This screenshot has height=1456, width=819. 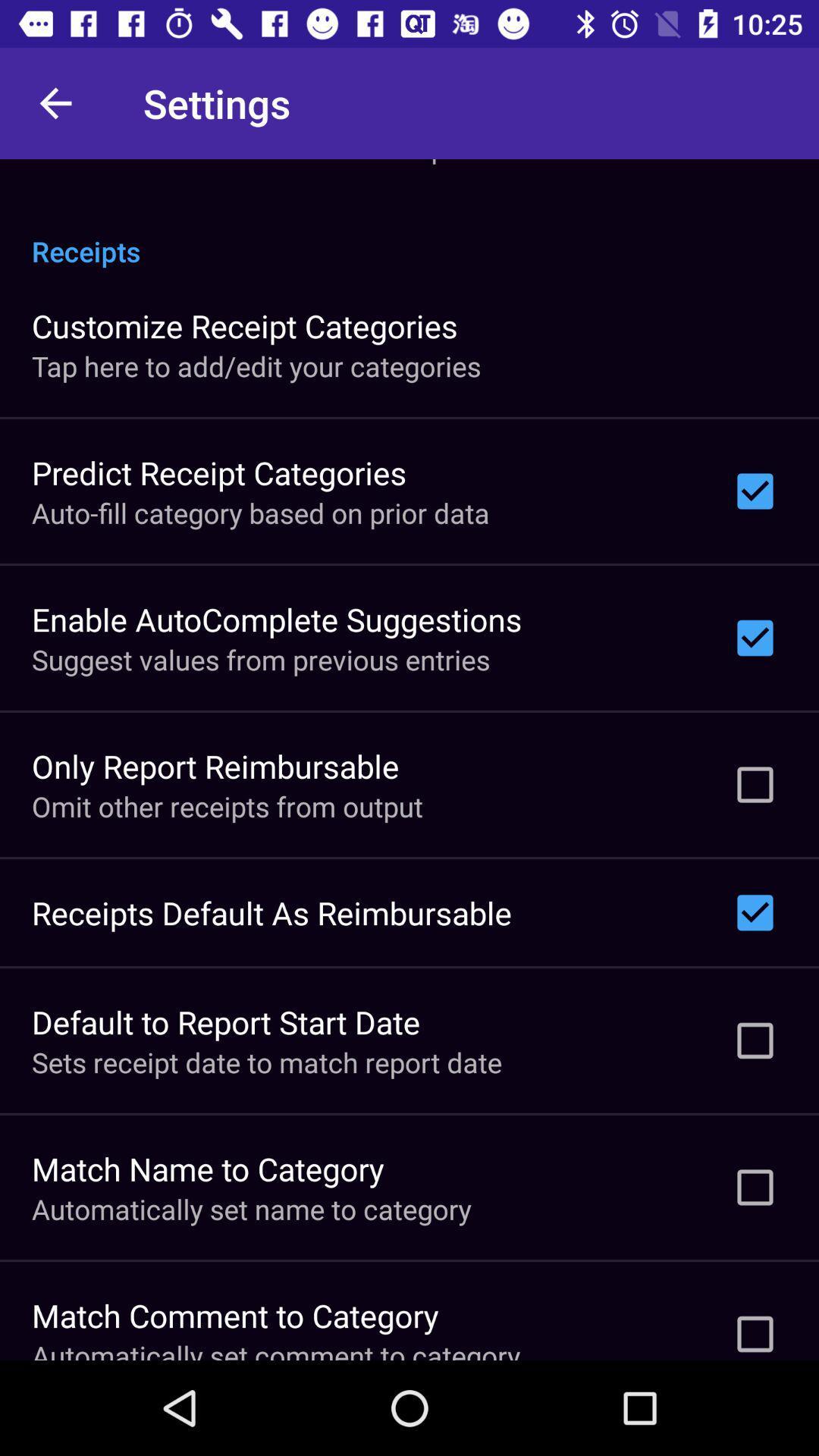 What do you see at coordinates (215, 766) in the screenshot?
I see `the icon below the suggest values from` at bounding box center [215, 766].